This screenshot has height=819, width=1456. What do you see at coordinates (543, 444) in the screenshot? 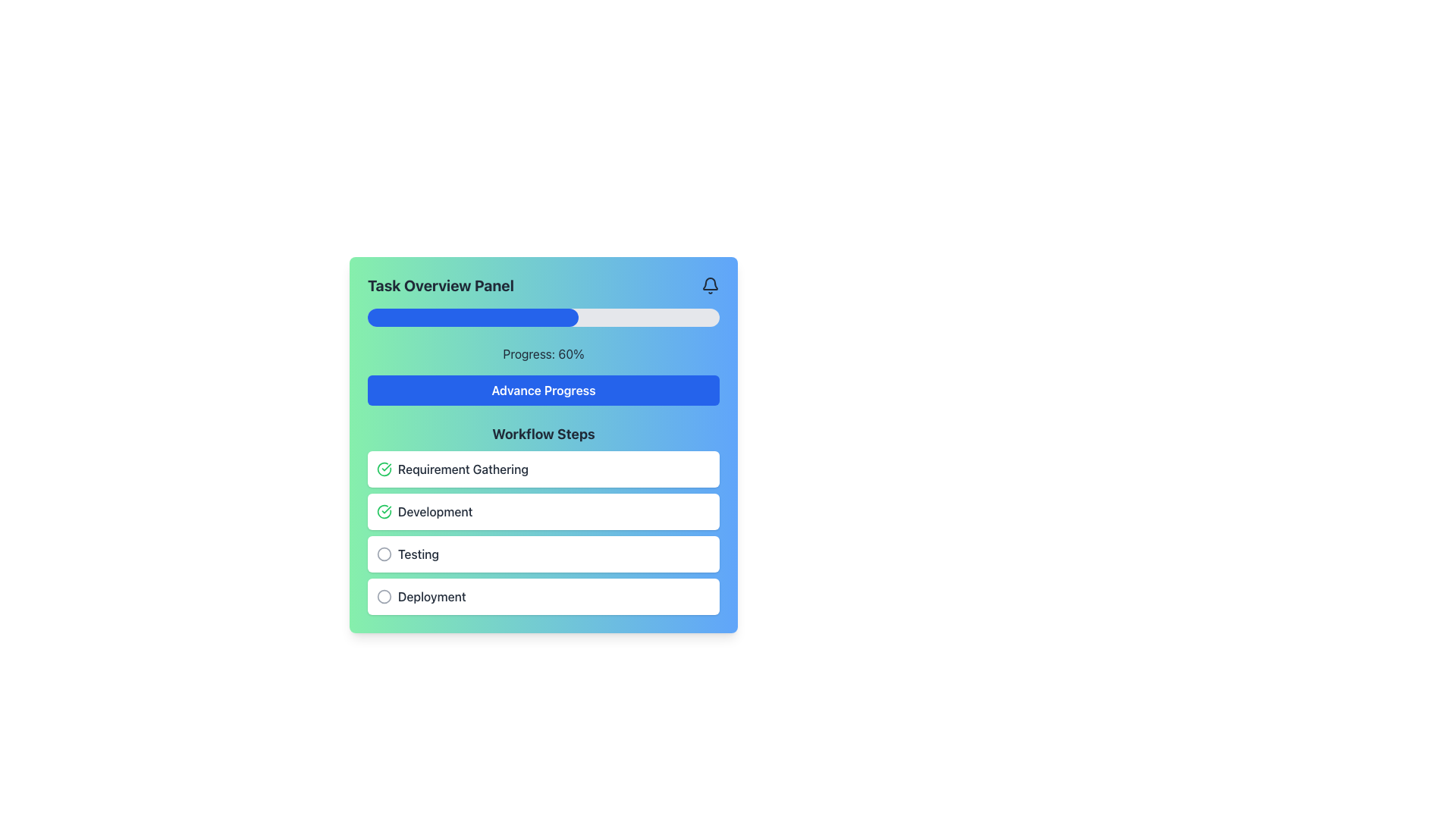
I see `the 'Workflow Steps' section of the Task Overview Panel` at bounding box center [543, 444].